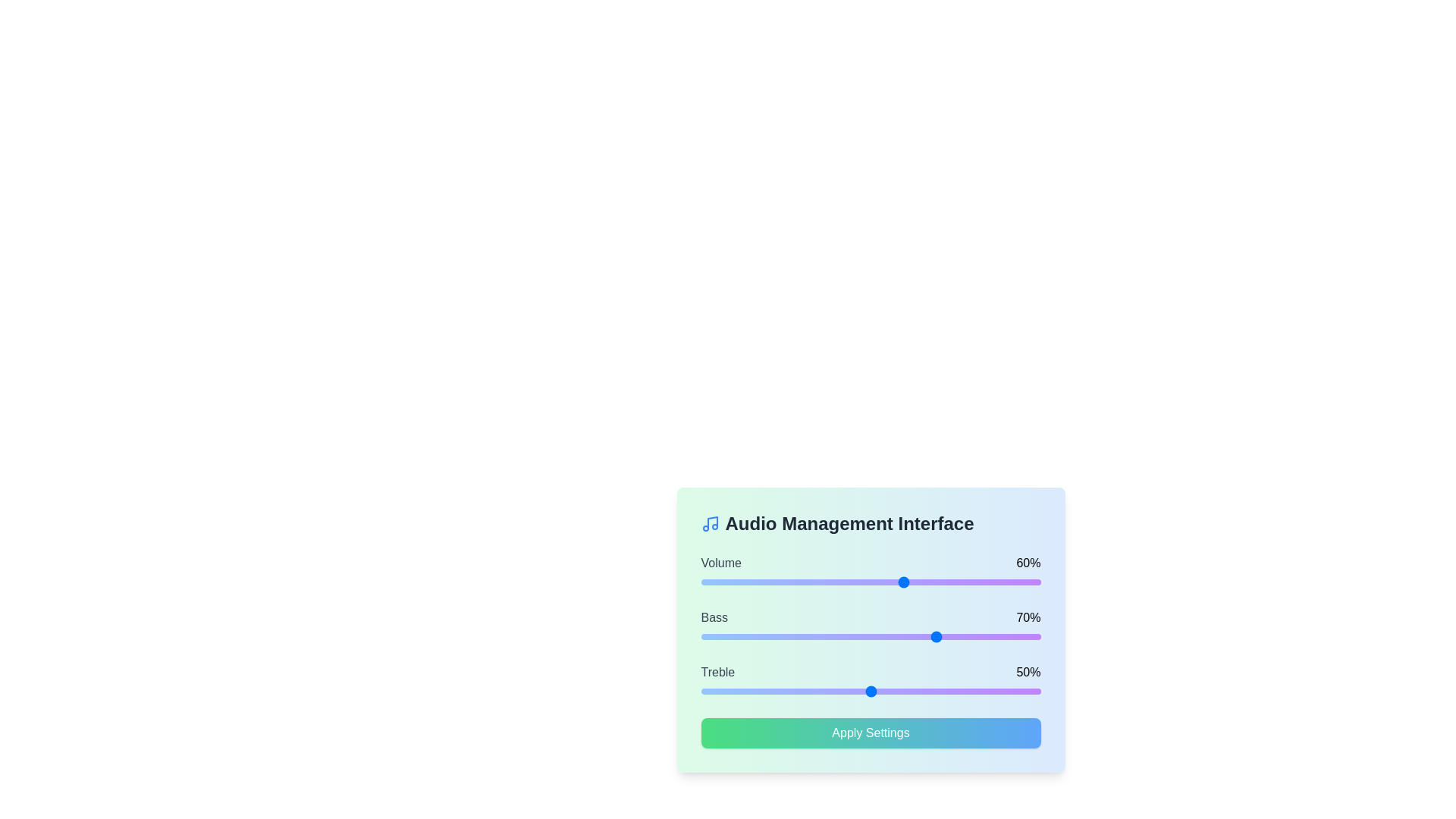 The width and height of the screenshot is (1456, 819). Describe the element at coordinates (871, 626) in the screenshot. I see `the 'Bass' slider control` at that location.